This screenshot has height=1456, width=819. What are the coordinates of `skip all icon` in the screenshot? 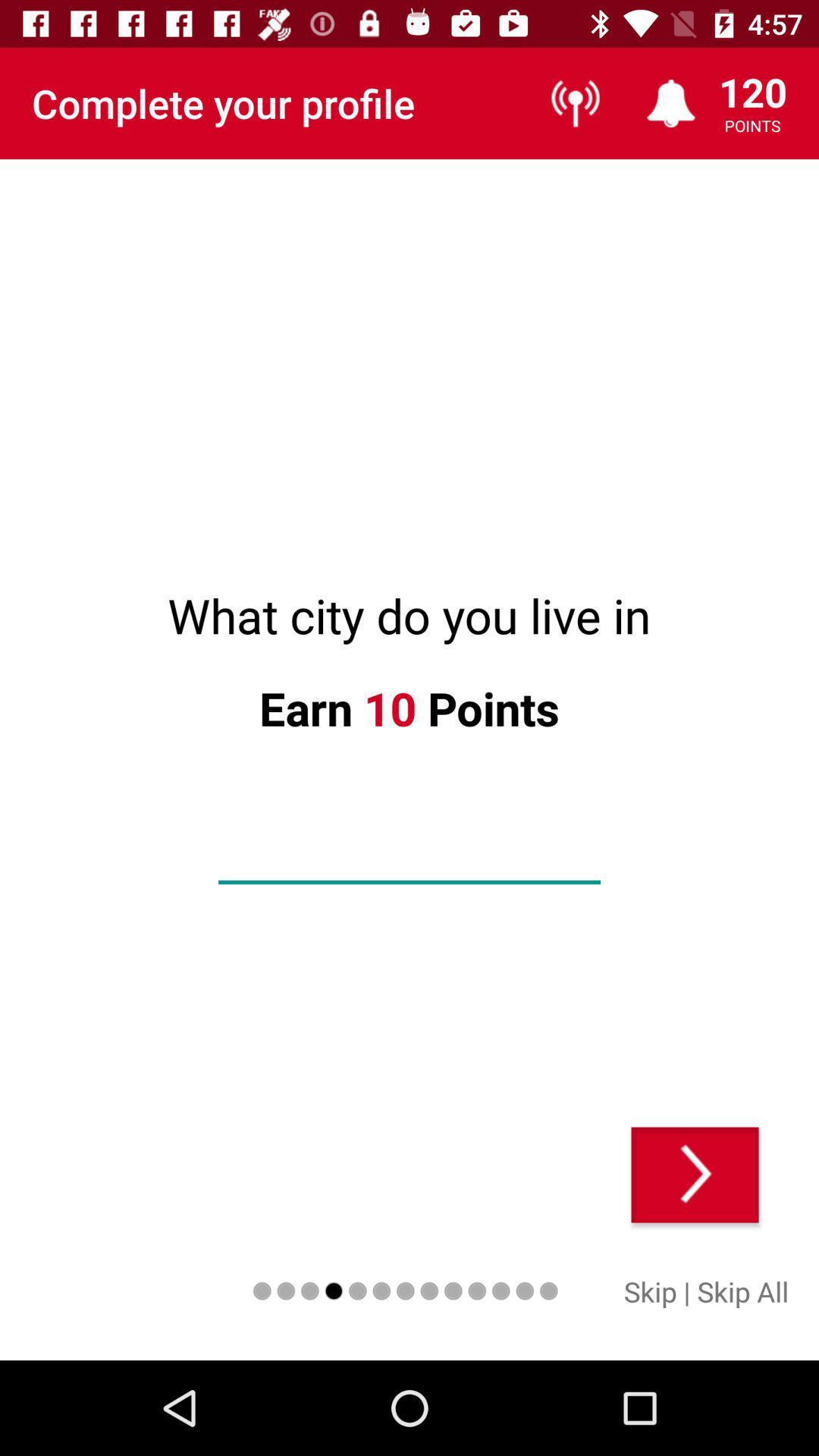 It's located at (742, 1291).